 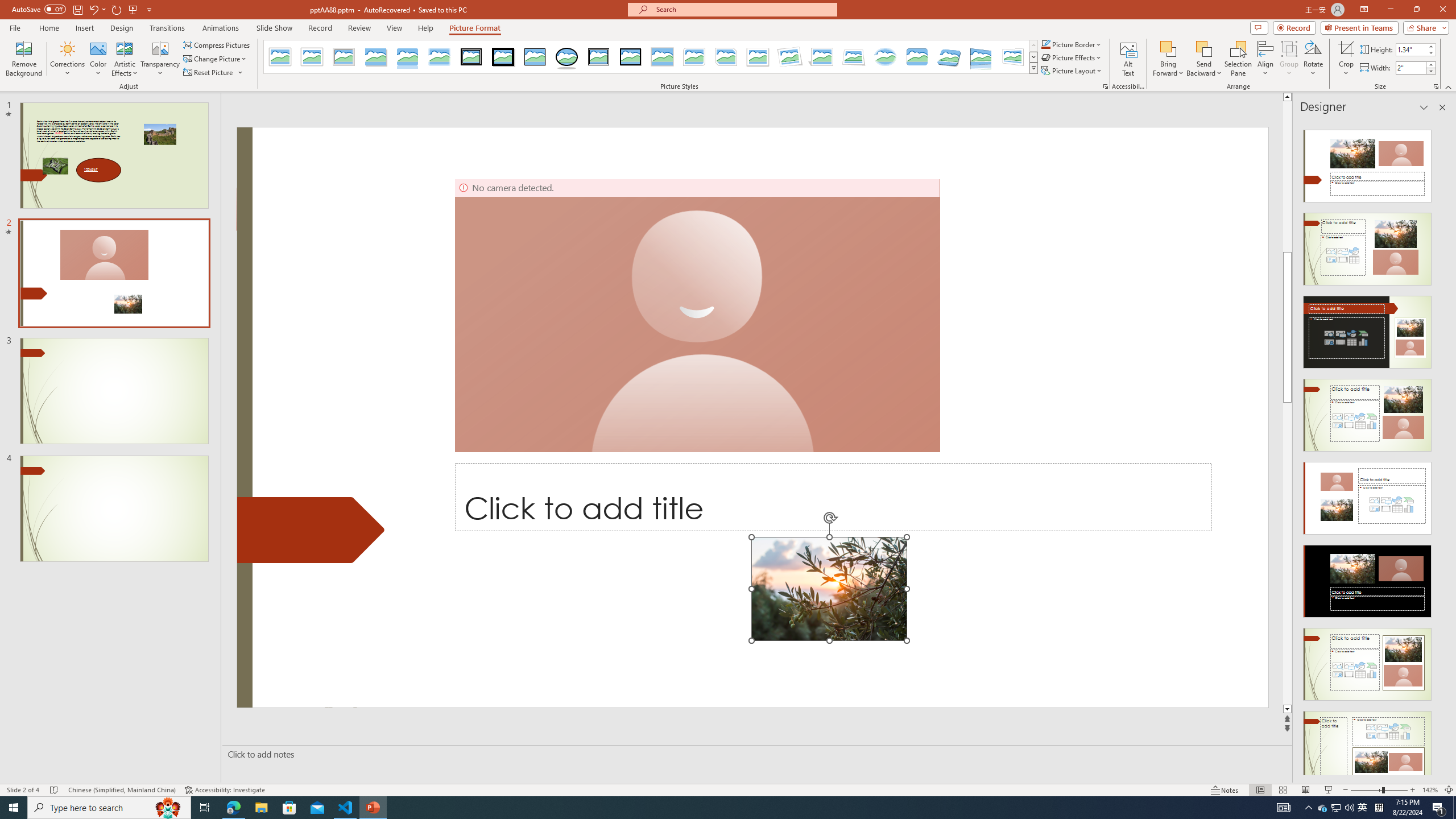 I want to click on 'Size and Position...', so click(x=1435, y=85).